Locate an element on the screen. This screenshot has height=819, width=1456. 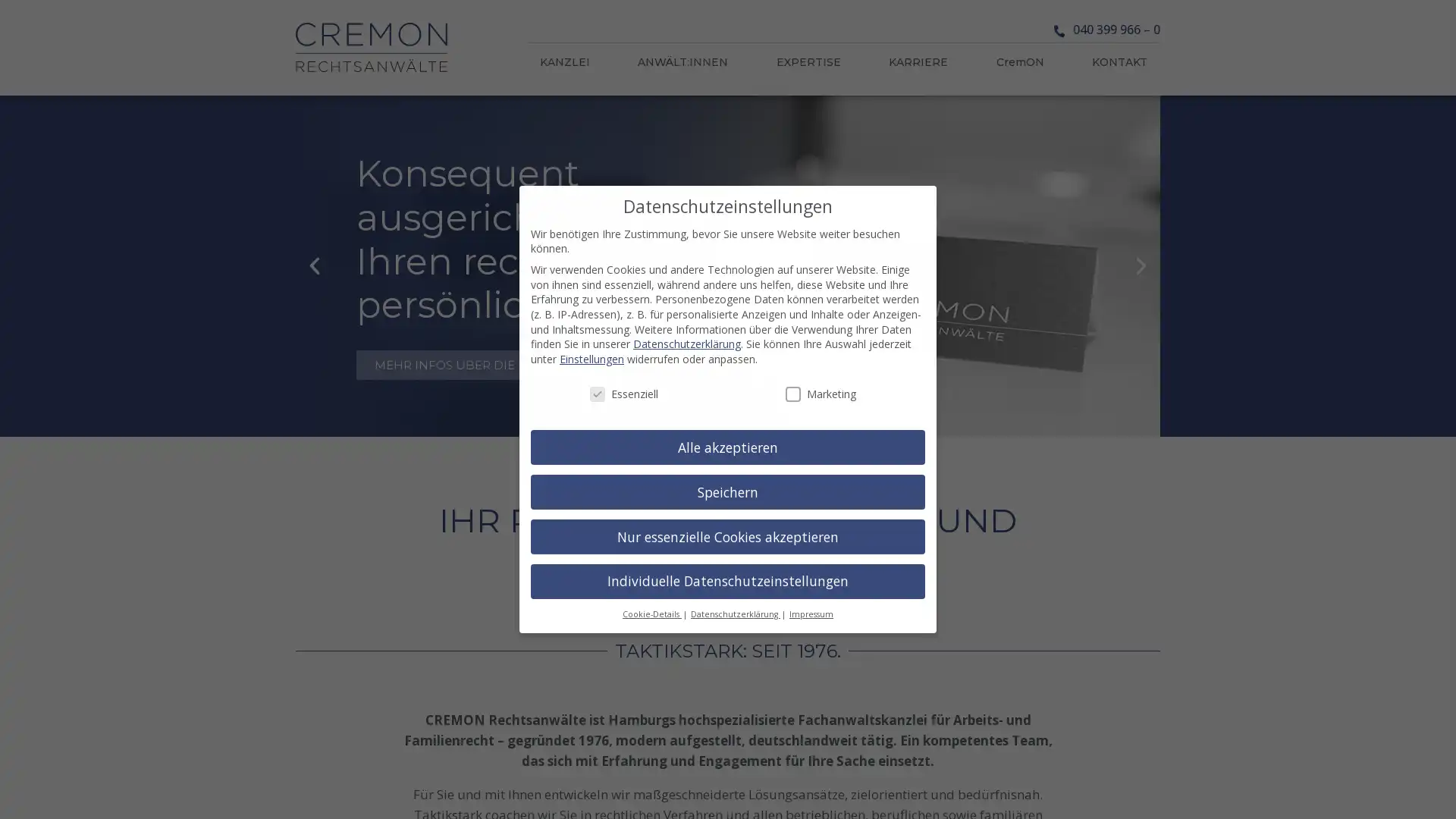
Previous slide is located at coordinates (313, 265).